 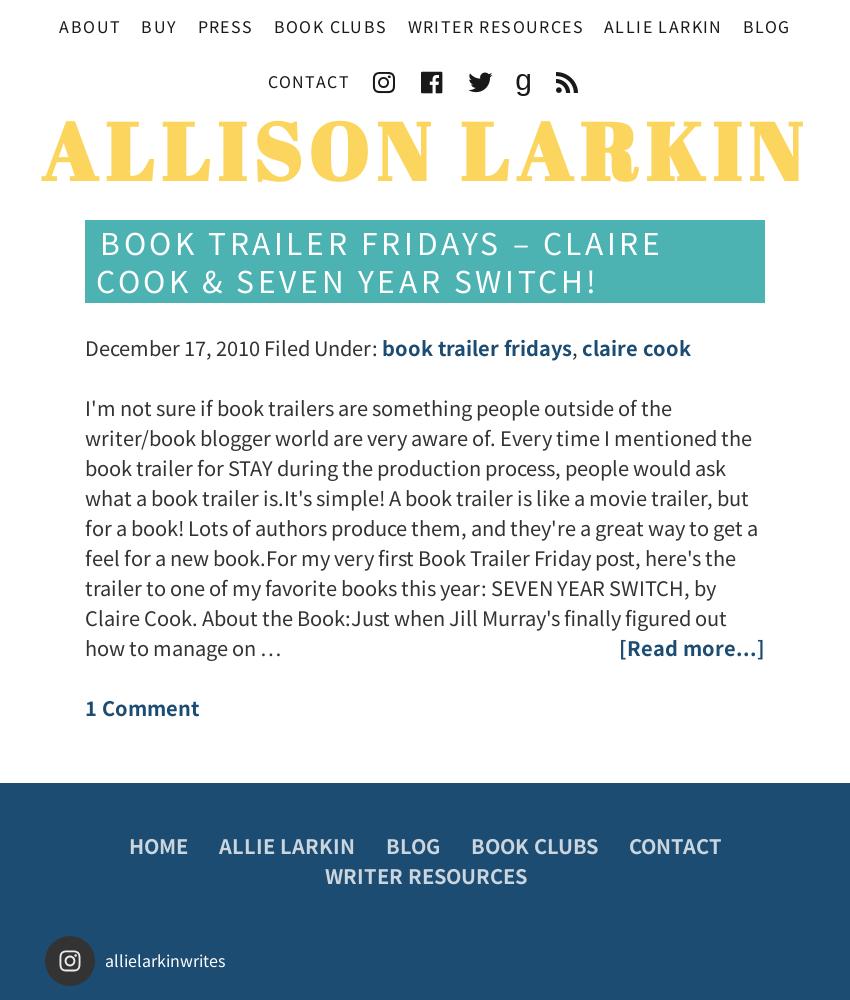 What do you see at coordinates (89, 26) in the screenshot?
I see `'About'` at bounding box center [89, 26].